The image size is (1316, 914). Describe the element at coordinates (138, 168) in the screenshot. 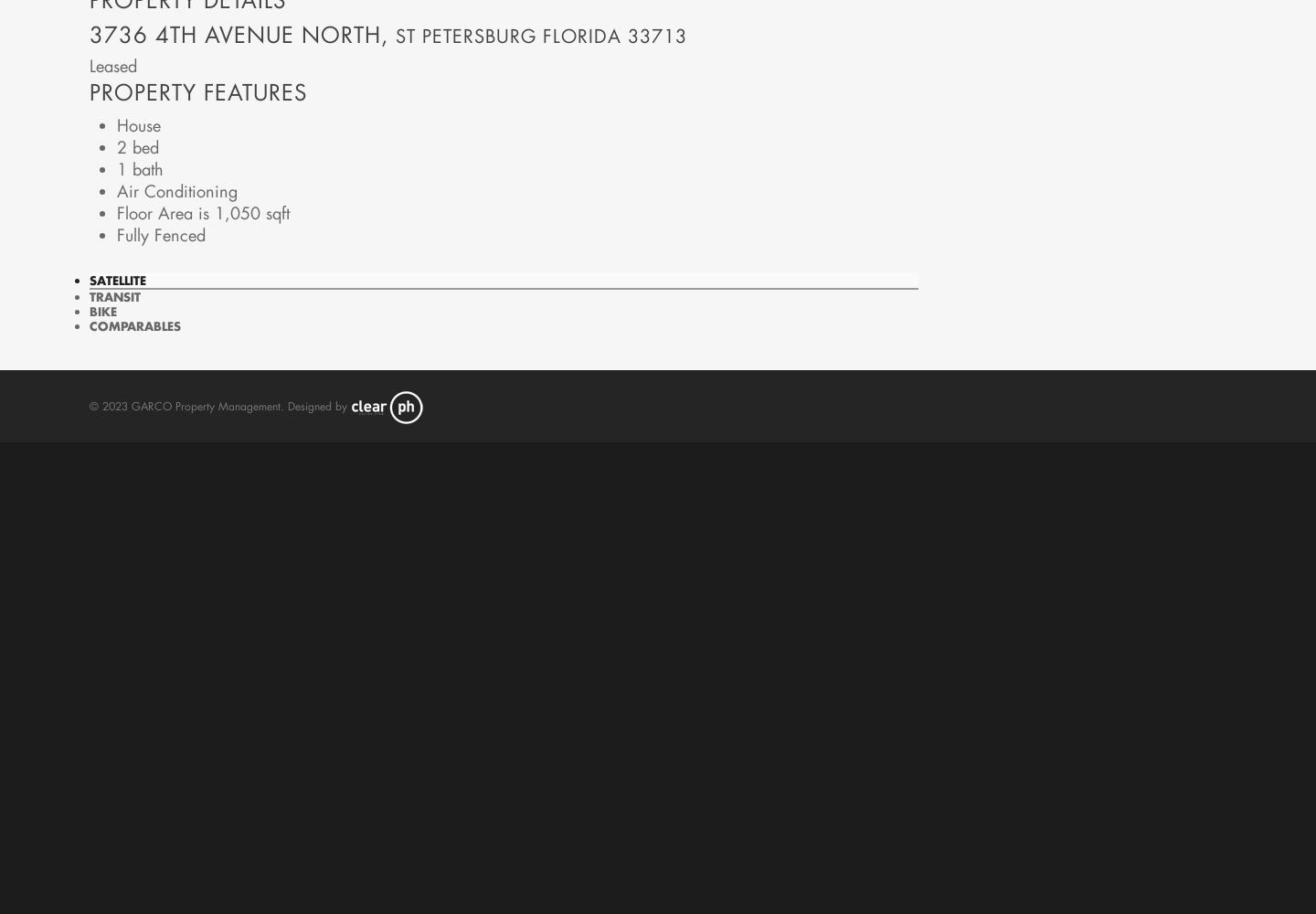

I see `'1 bath'` at that location.